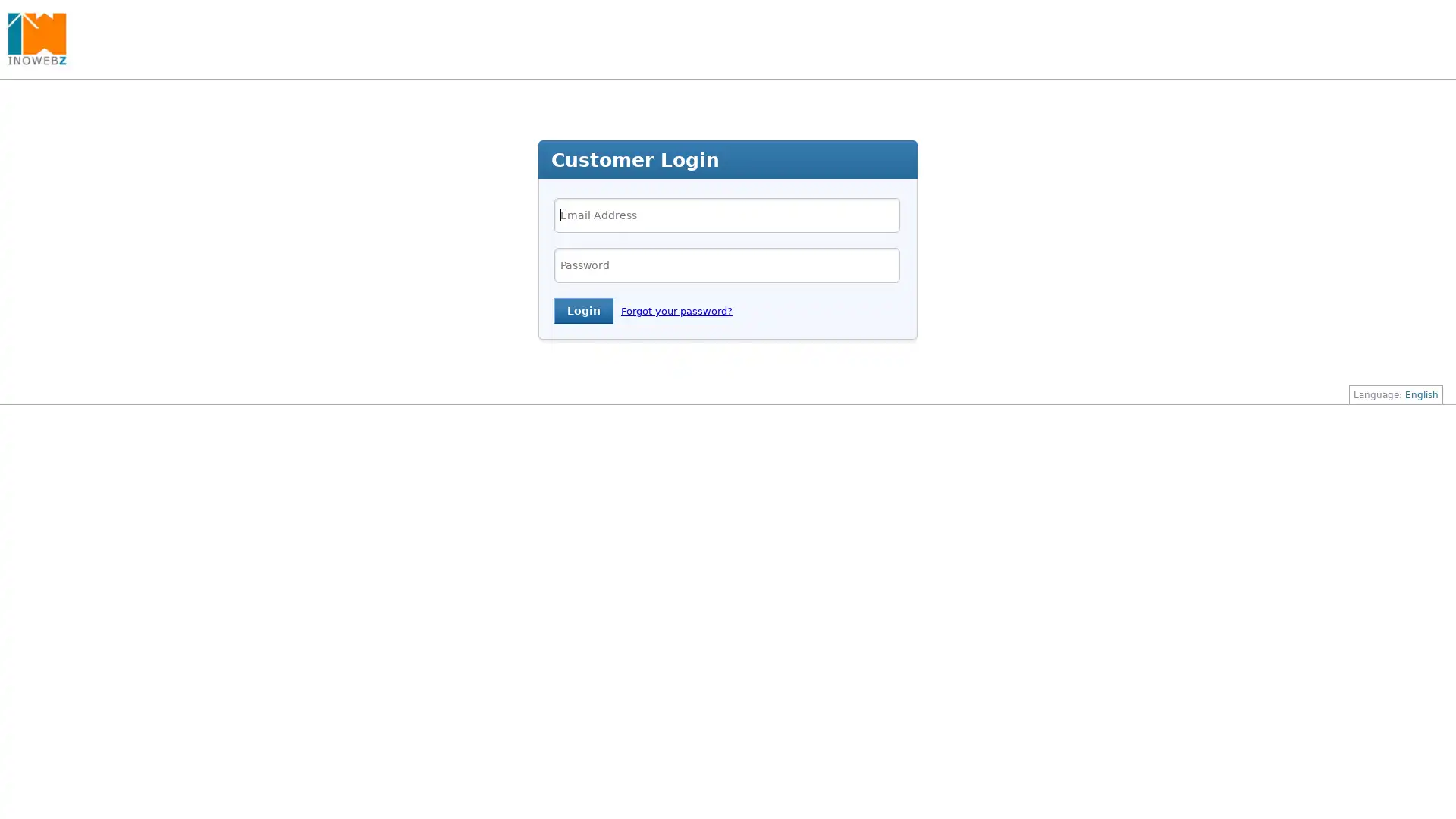 This screenshot has width=1456, height=819. What do you see at coordinates (582, 309) in the screenshot?
I see `Login` at bounding box center [582, 309].